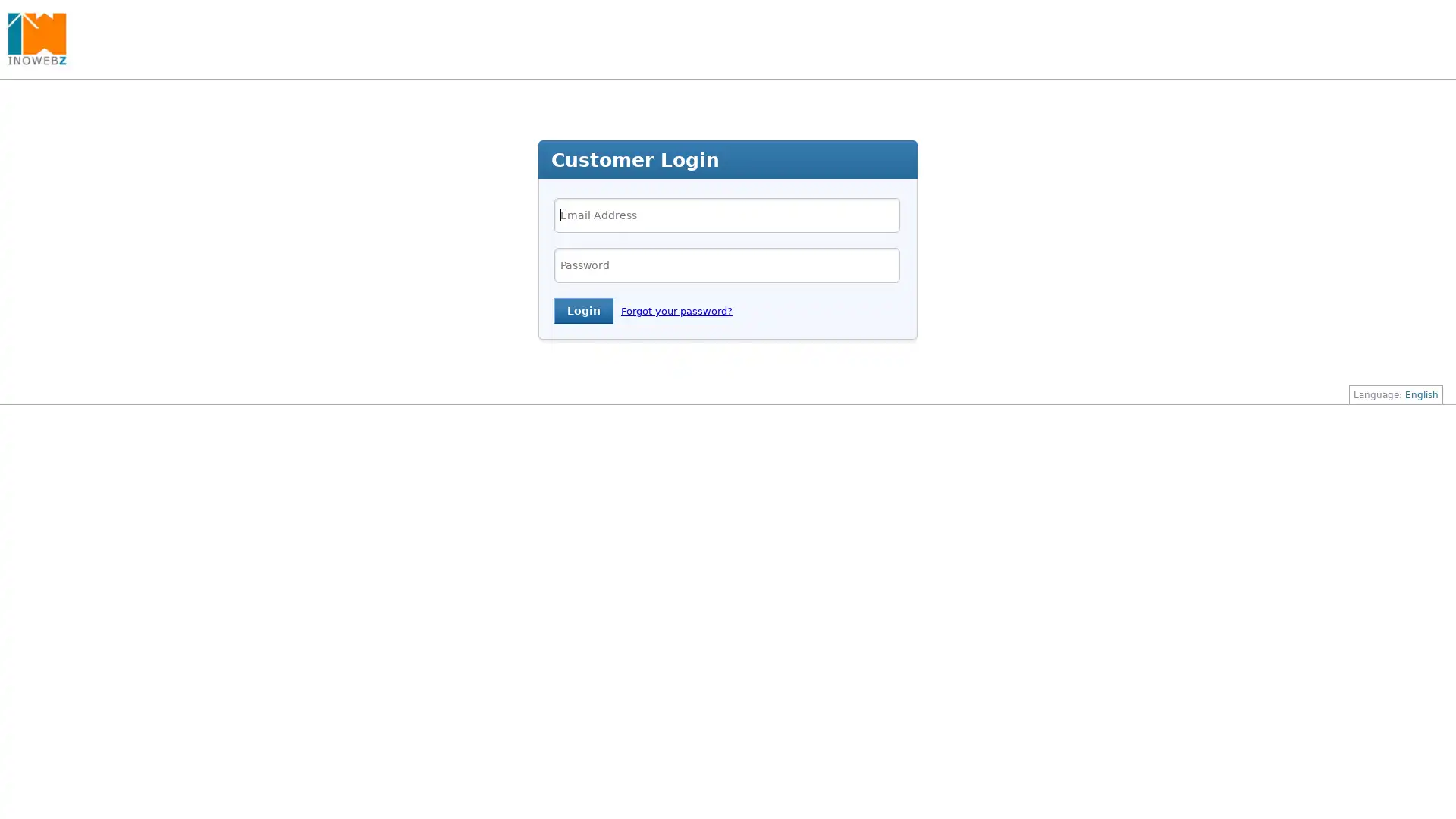 This screenshot has width=1456, height=819. What do you see at coordinates (582, 309) in the screenshot?
I see `Login` at bounding box center [582, 309].